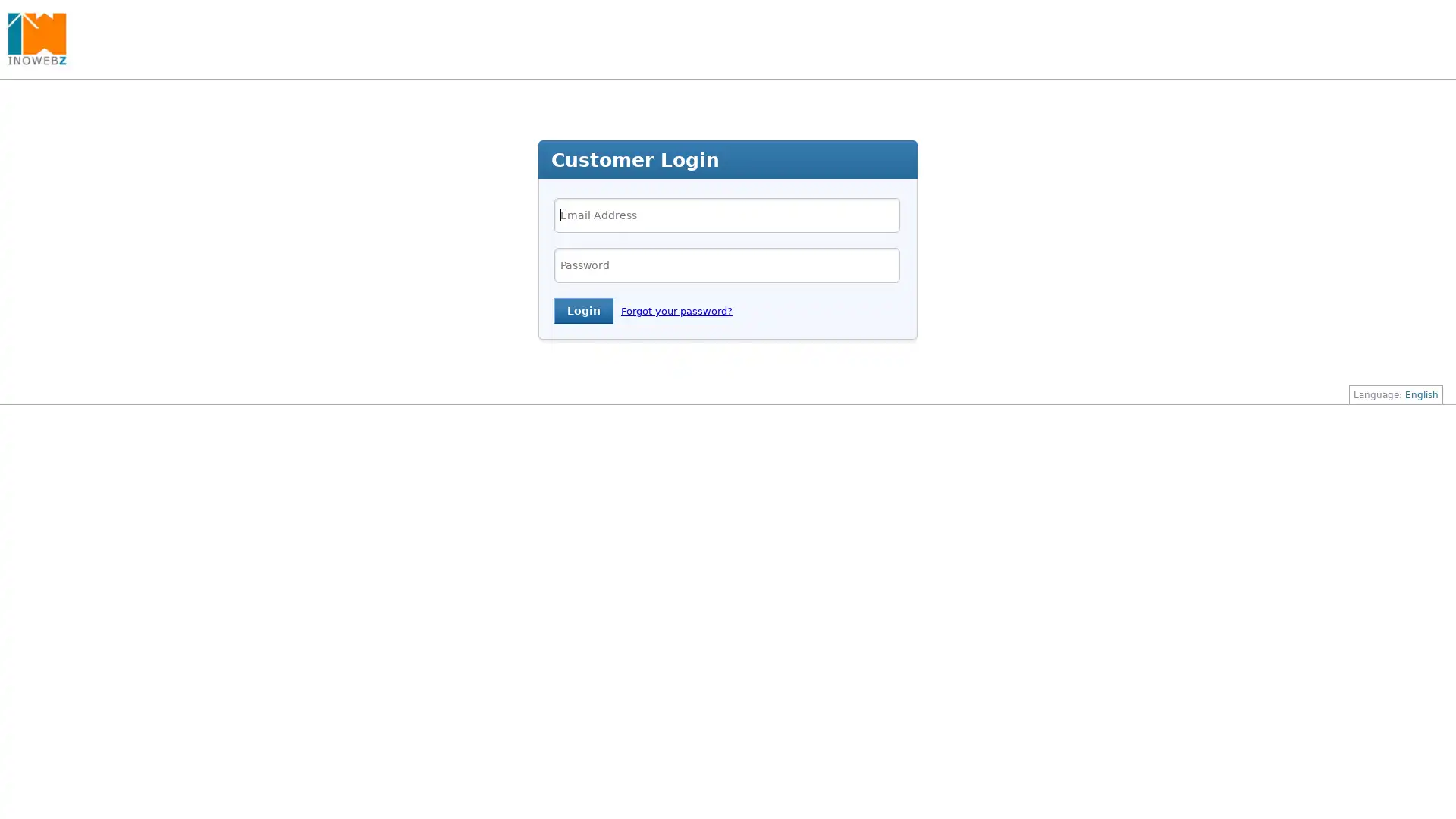 This screenshot has width=1456, height=819. What do you see at coordinates (582, 309) in the screenshot?
I see `Login` at bounding box center [582, 309].